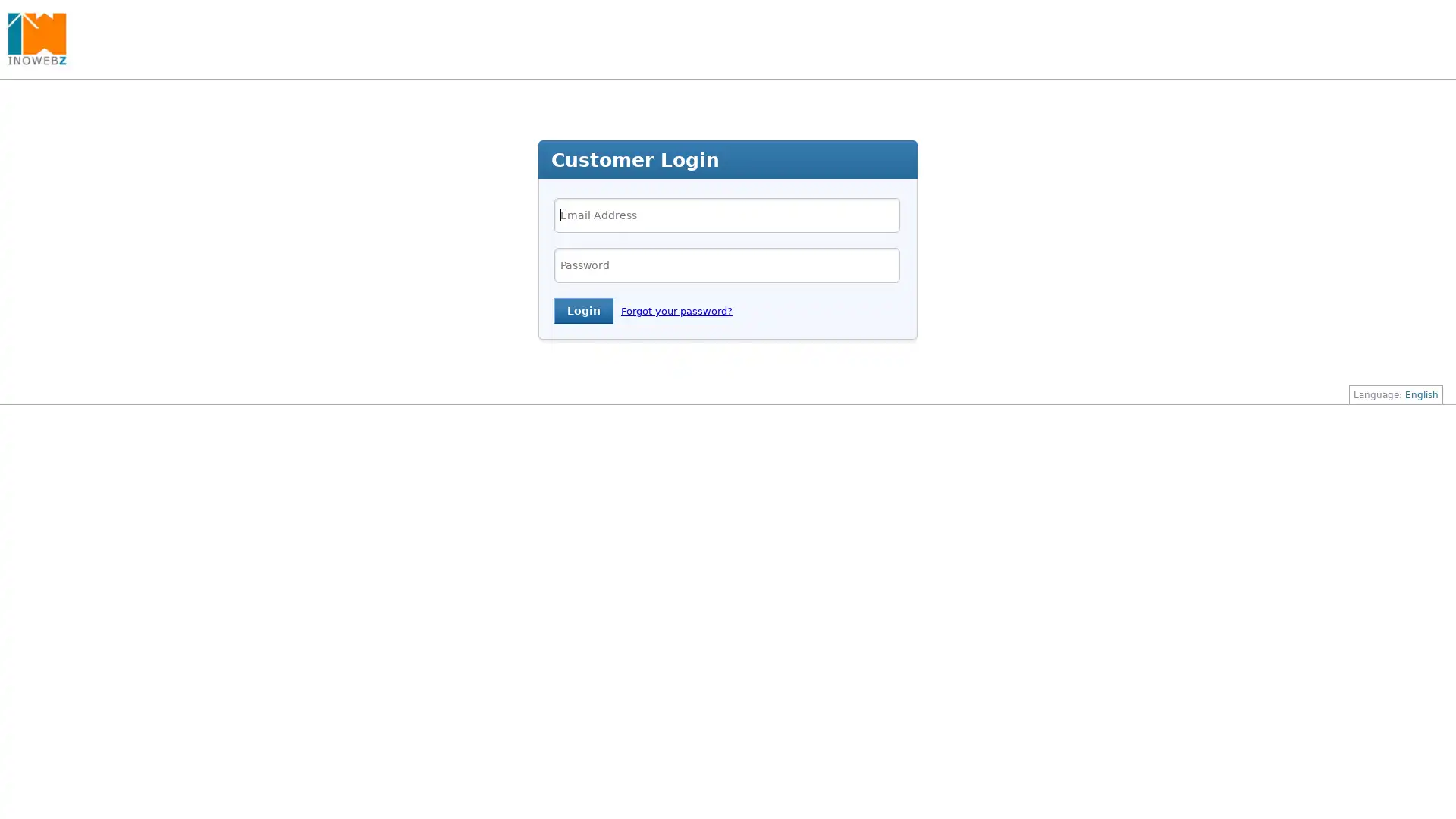 This screenshot has width=1456, height=819. What do you see at coordinates (582, 309) in the screenshot?
I see `Login` at bounding box center [582, 309].